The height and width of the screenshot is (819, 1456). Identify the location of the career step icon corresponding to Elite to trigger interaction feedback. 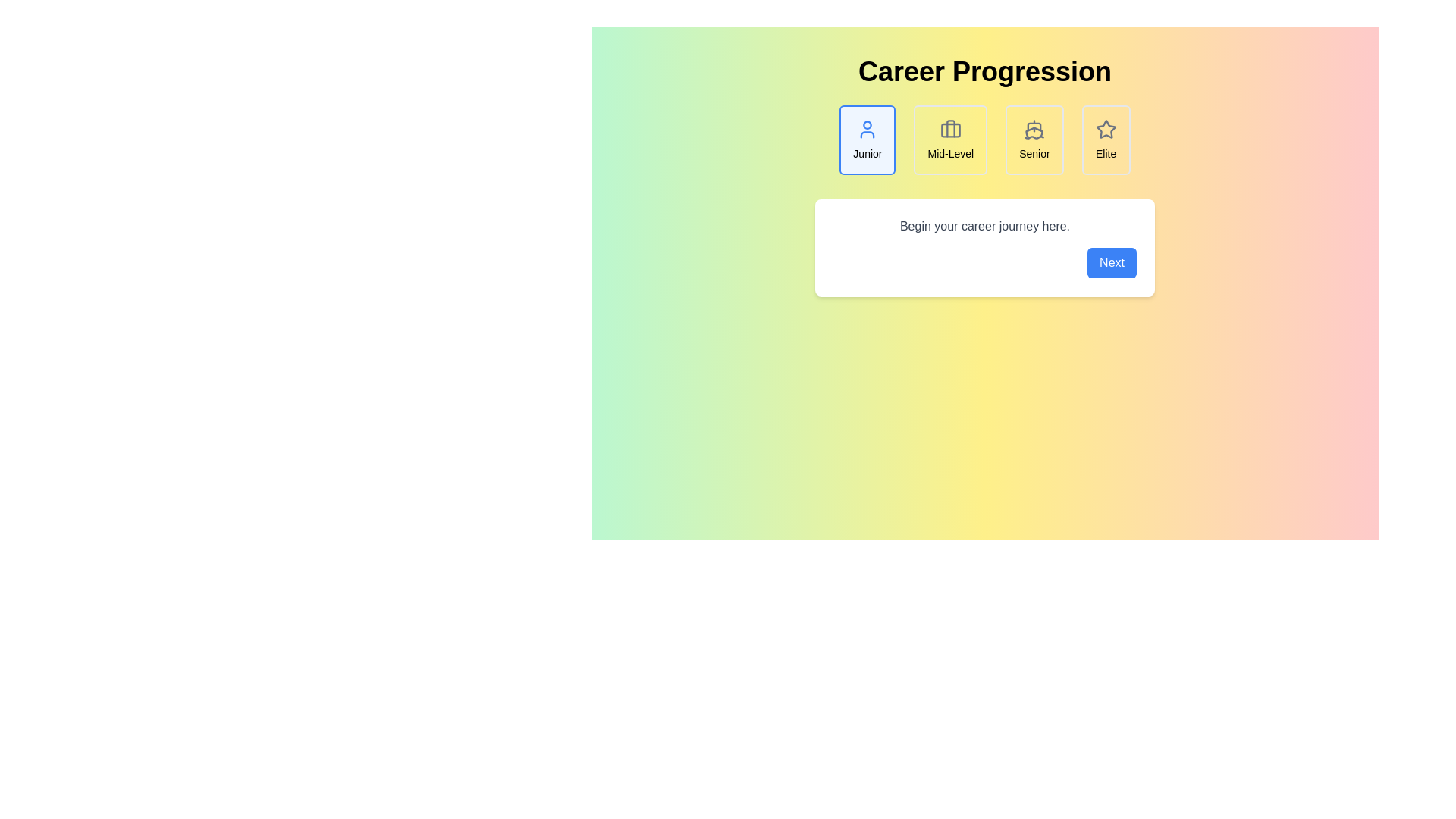
(1106, 140).